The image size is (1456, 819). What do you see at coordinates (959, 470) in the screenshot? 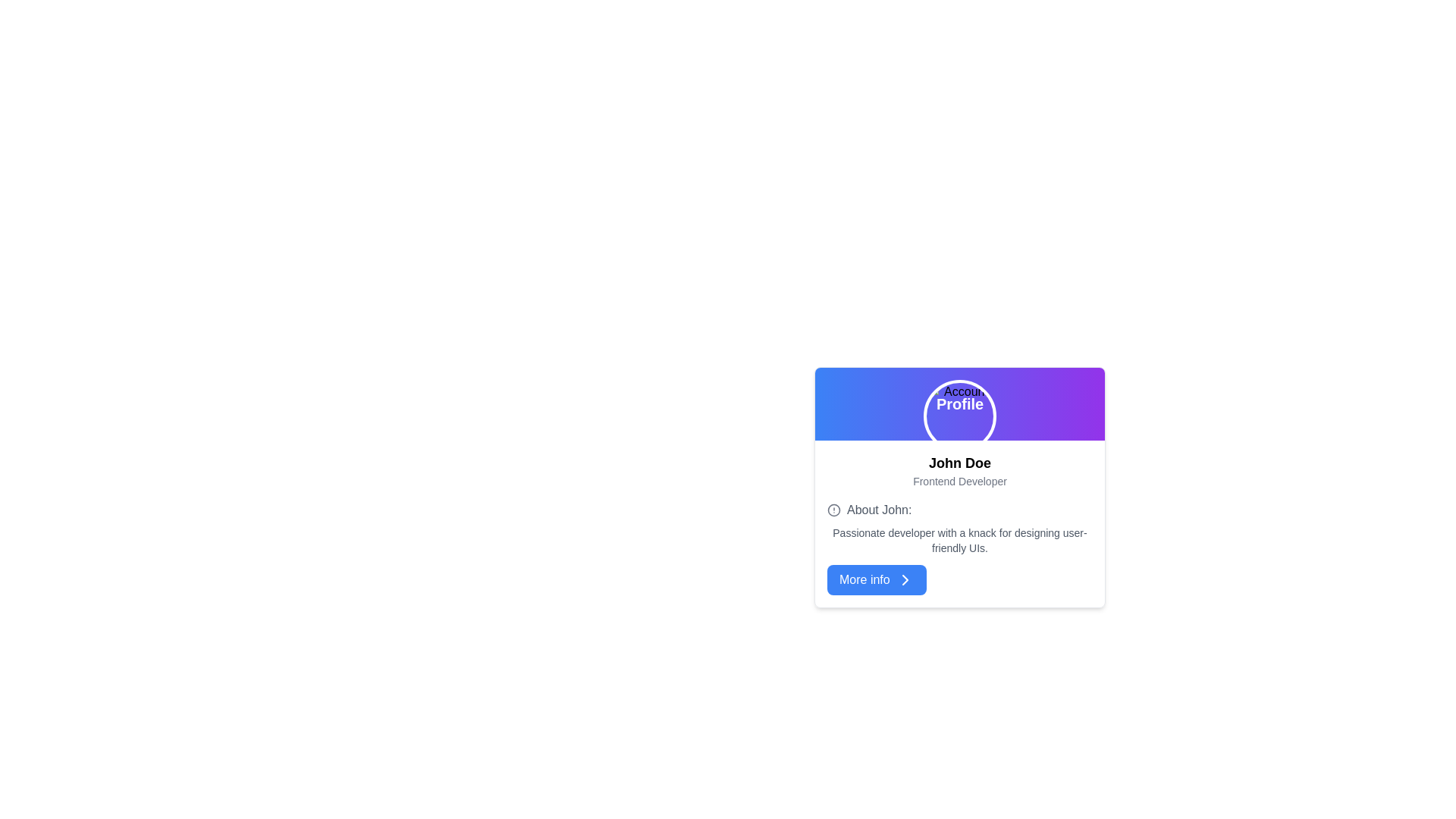
I see `the text display block containing the name 'John Doe' and the title 'Frontend Developer', which is visually centered inside a card-like component in the profile section` at bounding box center [959, 470].